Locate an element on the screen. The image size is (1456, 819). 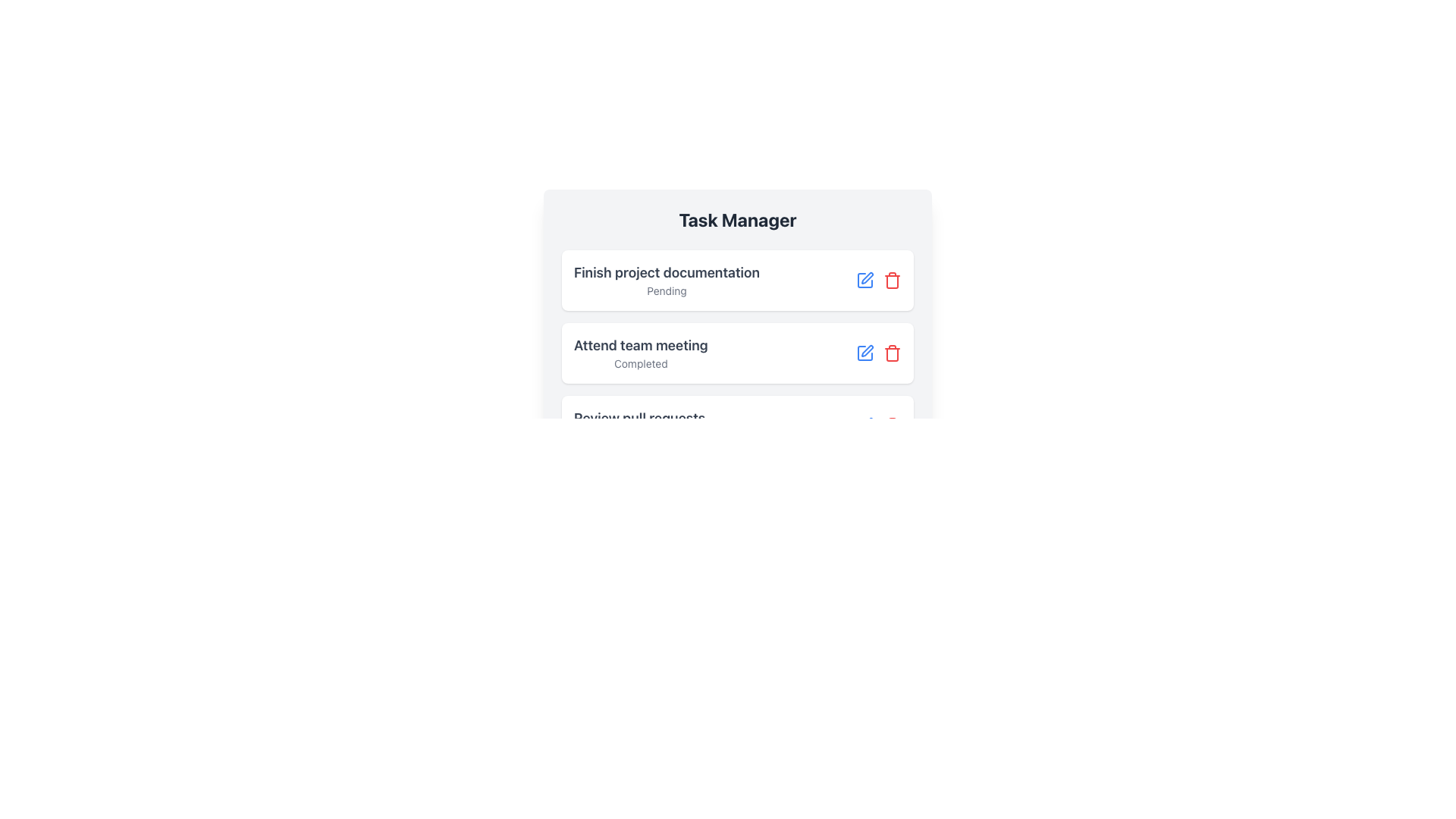
the trash can icon button located in the second task list item is located at coordinates (892, 353).